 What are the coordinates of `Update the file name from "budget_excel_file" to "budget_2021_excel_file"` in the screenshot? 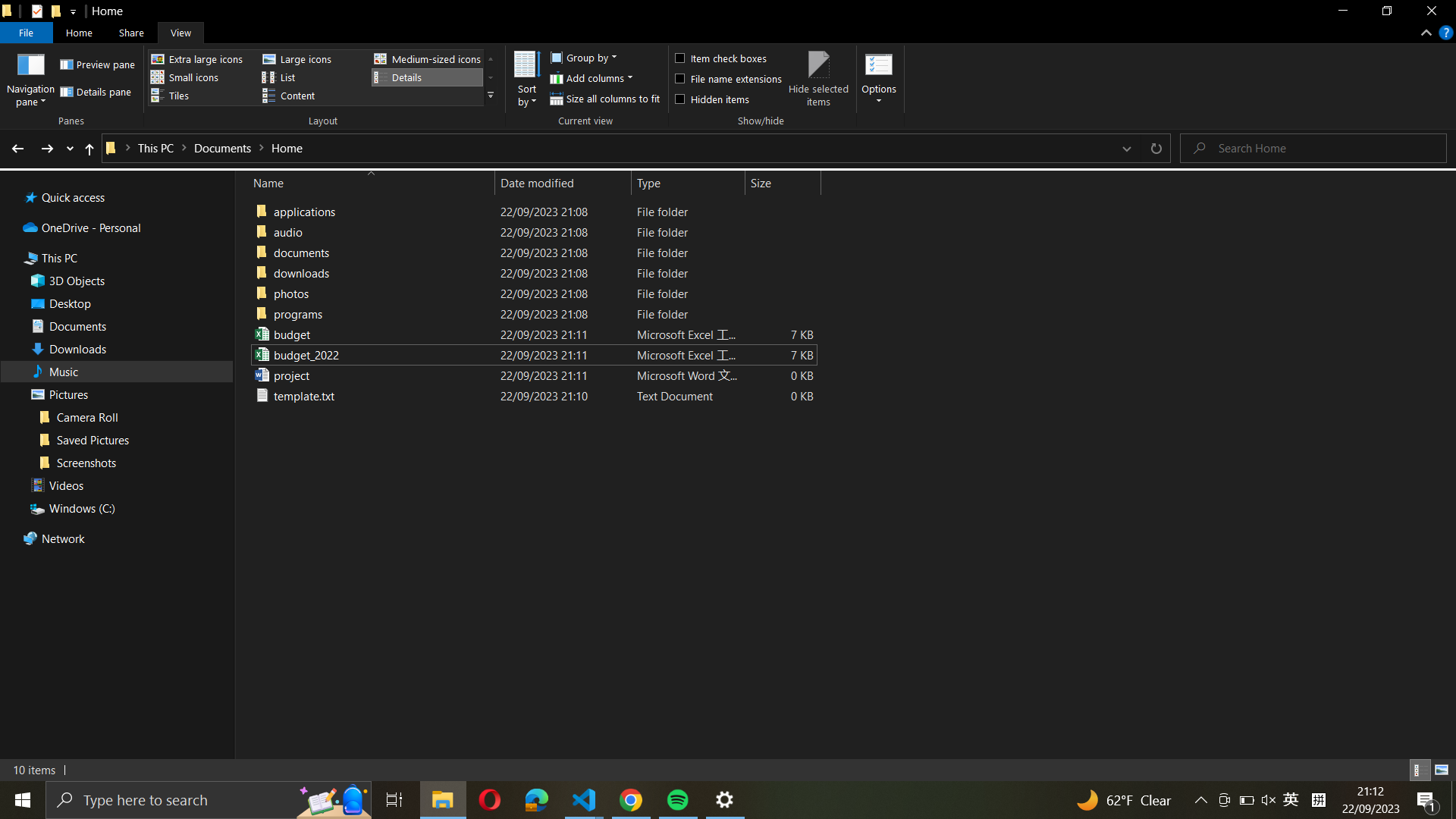 It's located at (531, 333).